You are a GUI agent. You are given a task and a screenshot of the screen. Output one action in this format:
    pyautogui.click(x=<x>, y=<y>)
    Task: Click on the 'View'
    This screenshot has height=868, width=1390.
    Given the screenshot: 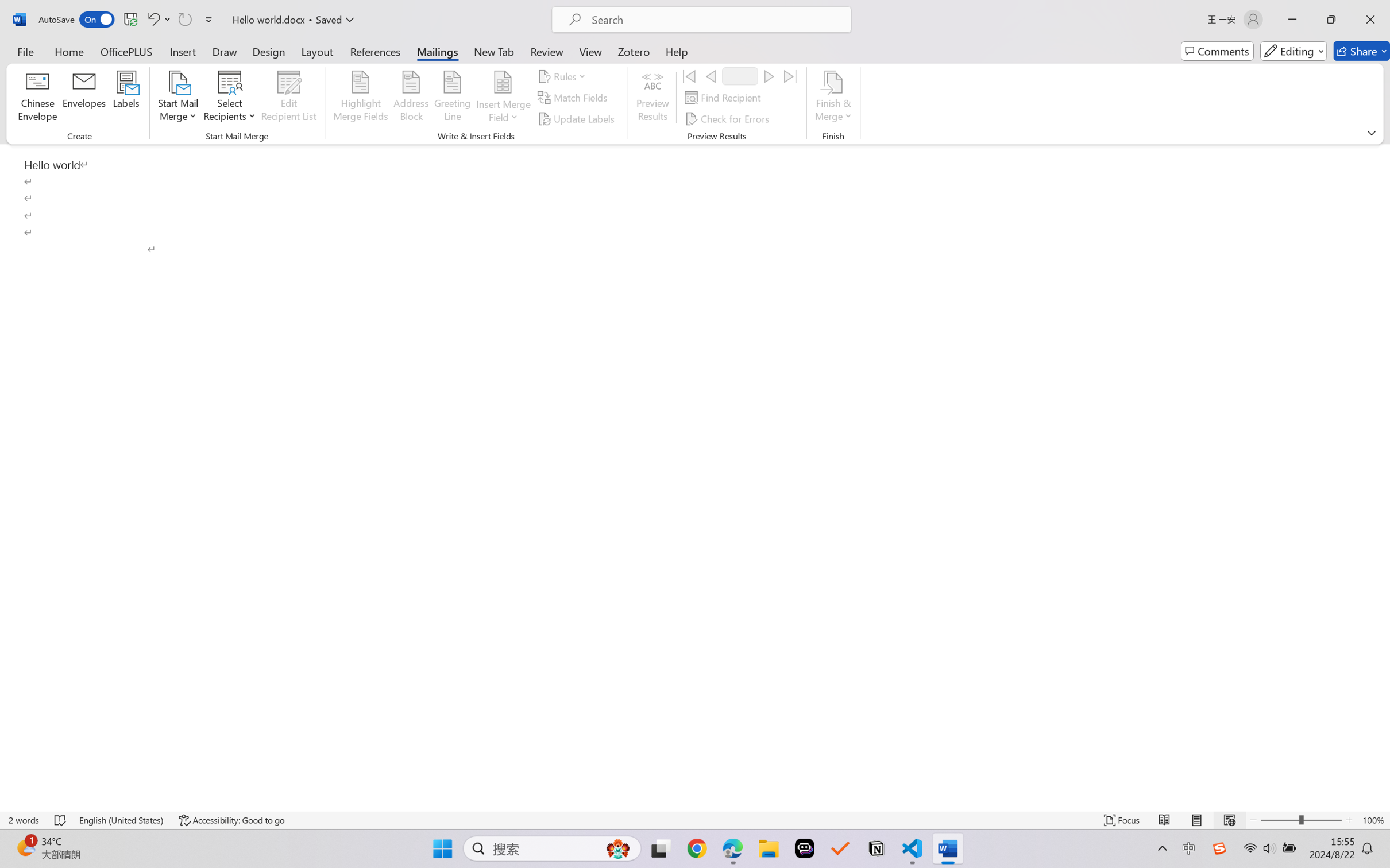 What is the action you would take?
    pyautogui.click(x=590, y=51)
    